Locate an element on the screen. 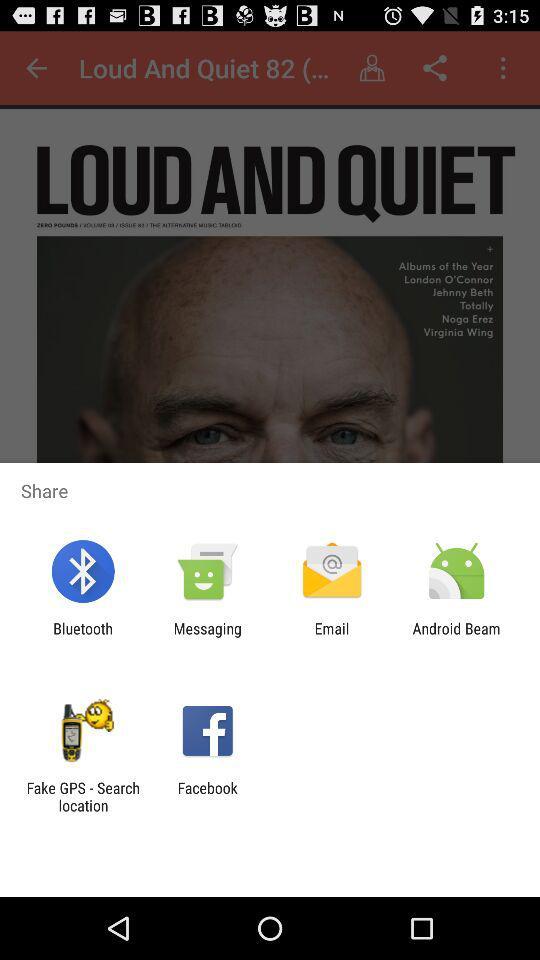 The width and height of the screenshot is (540, 960). the app next to the bluetooth icon is located at coordinates (206, 636).